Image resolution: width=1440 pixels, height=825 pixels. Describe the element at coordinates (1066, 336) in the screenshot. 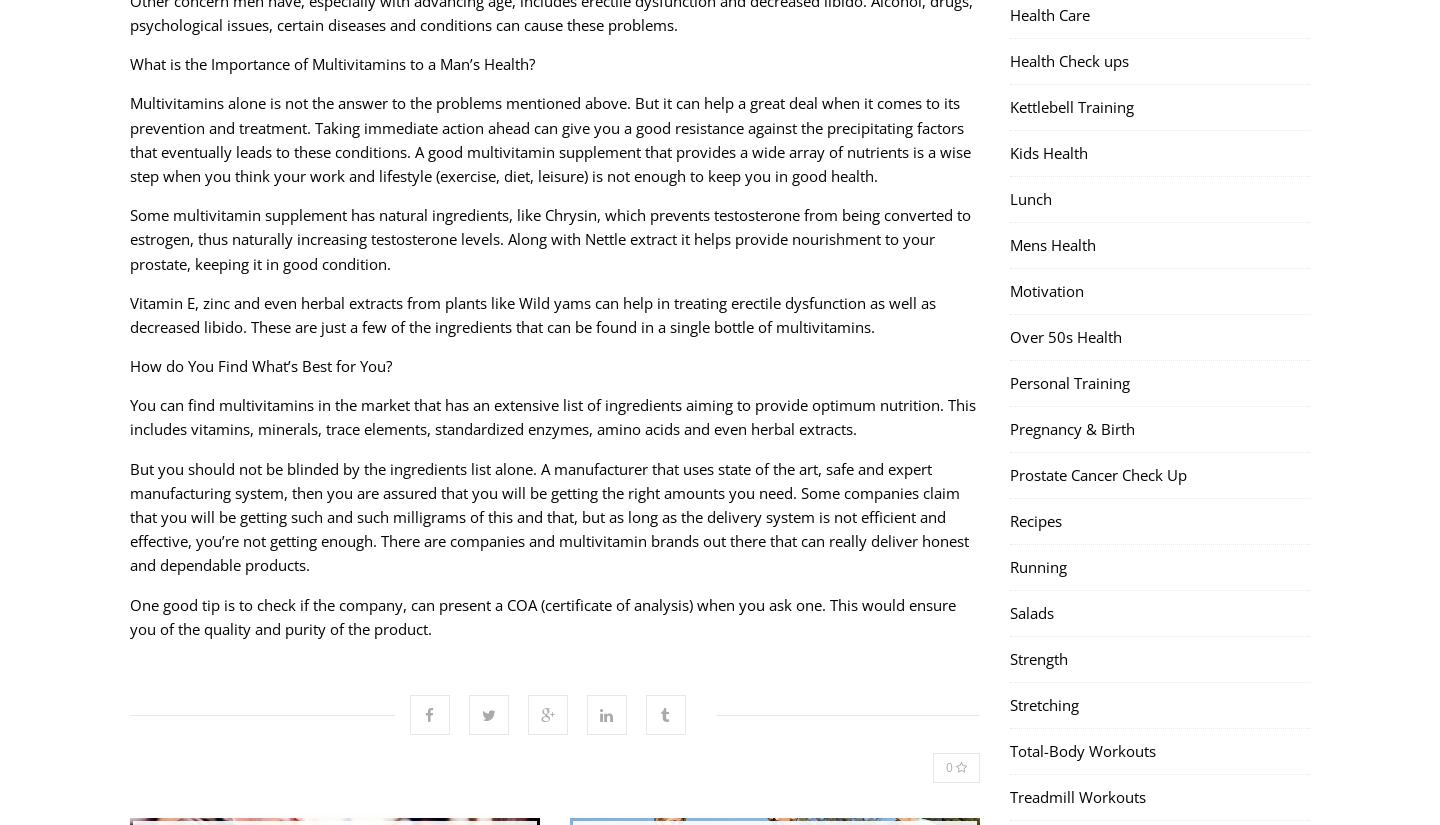

I see `'Over 50s Health'` at that location.